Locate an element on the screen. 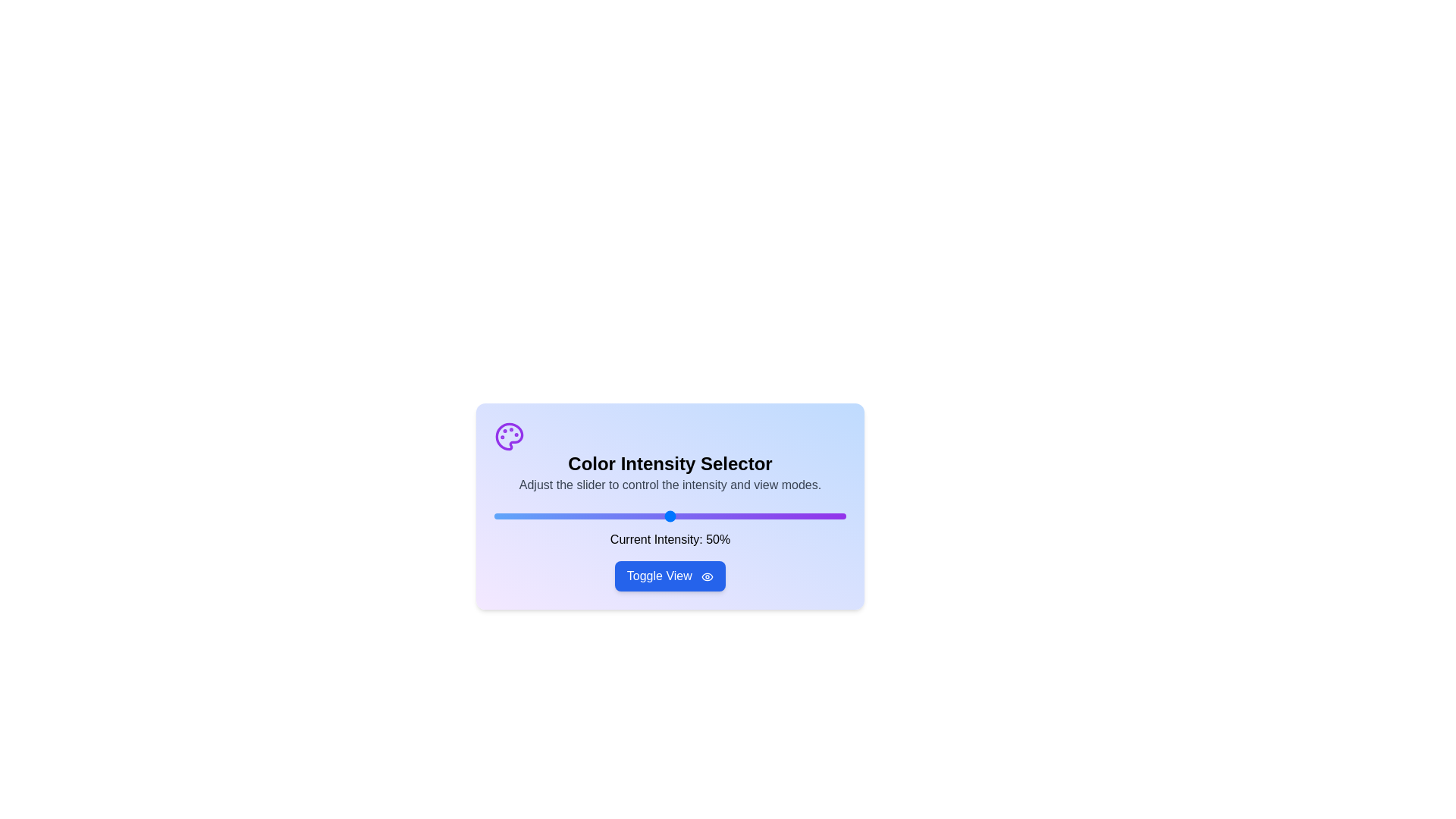 This screenshot has width=1456, height=819. the slider to set the intensity to 81% is located at coordinates (779, 516).